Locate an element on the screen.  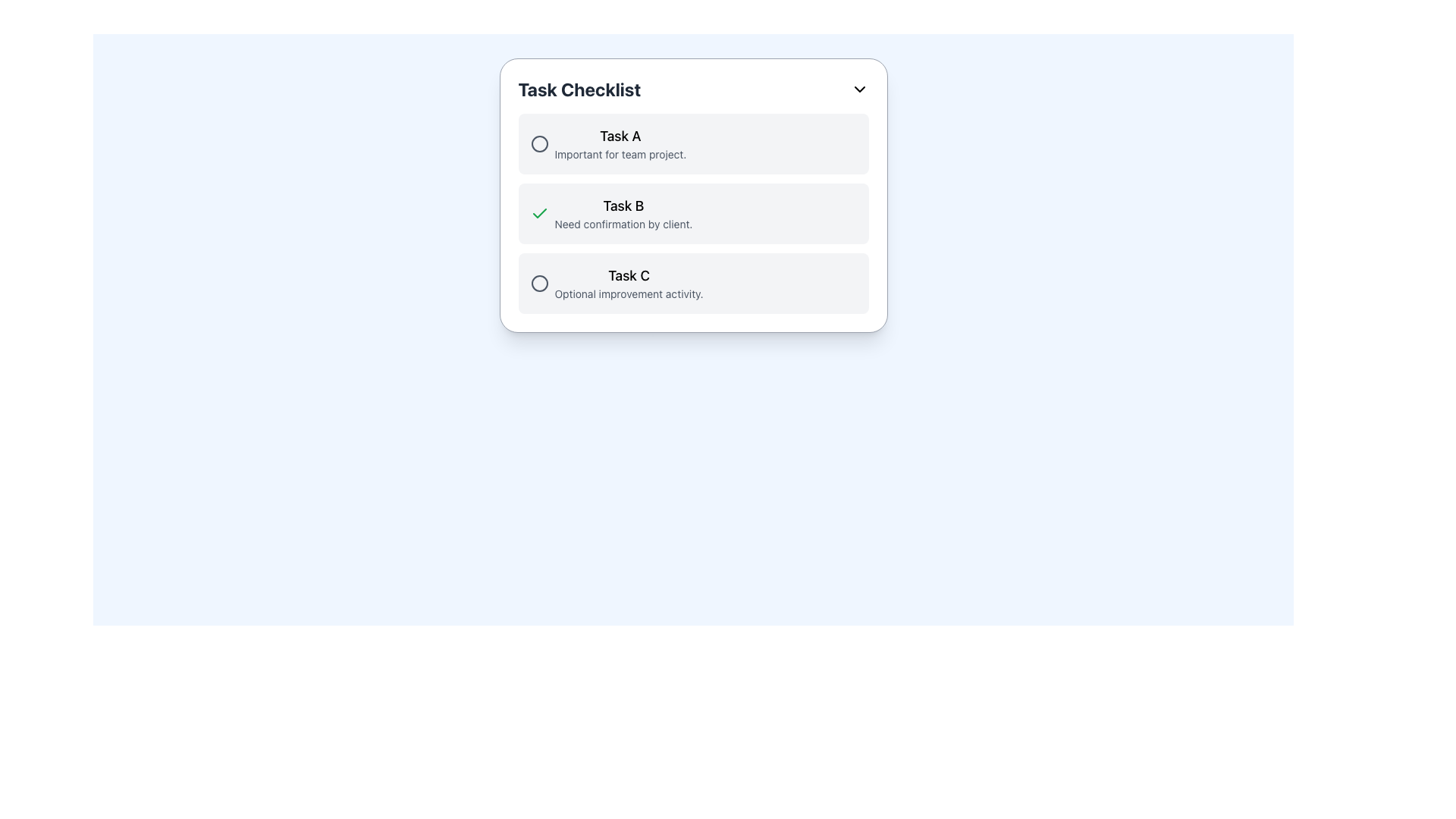
the text and description component is located at coordinates (617, 284).